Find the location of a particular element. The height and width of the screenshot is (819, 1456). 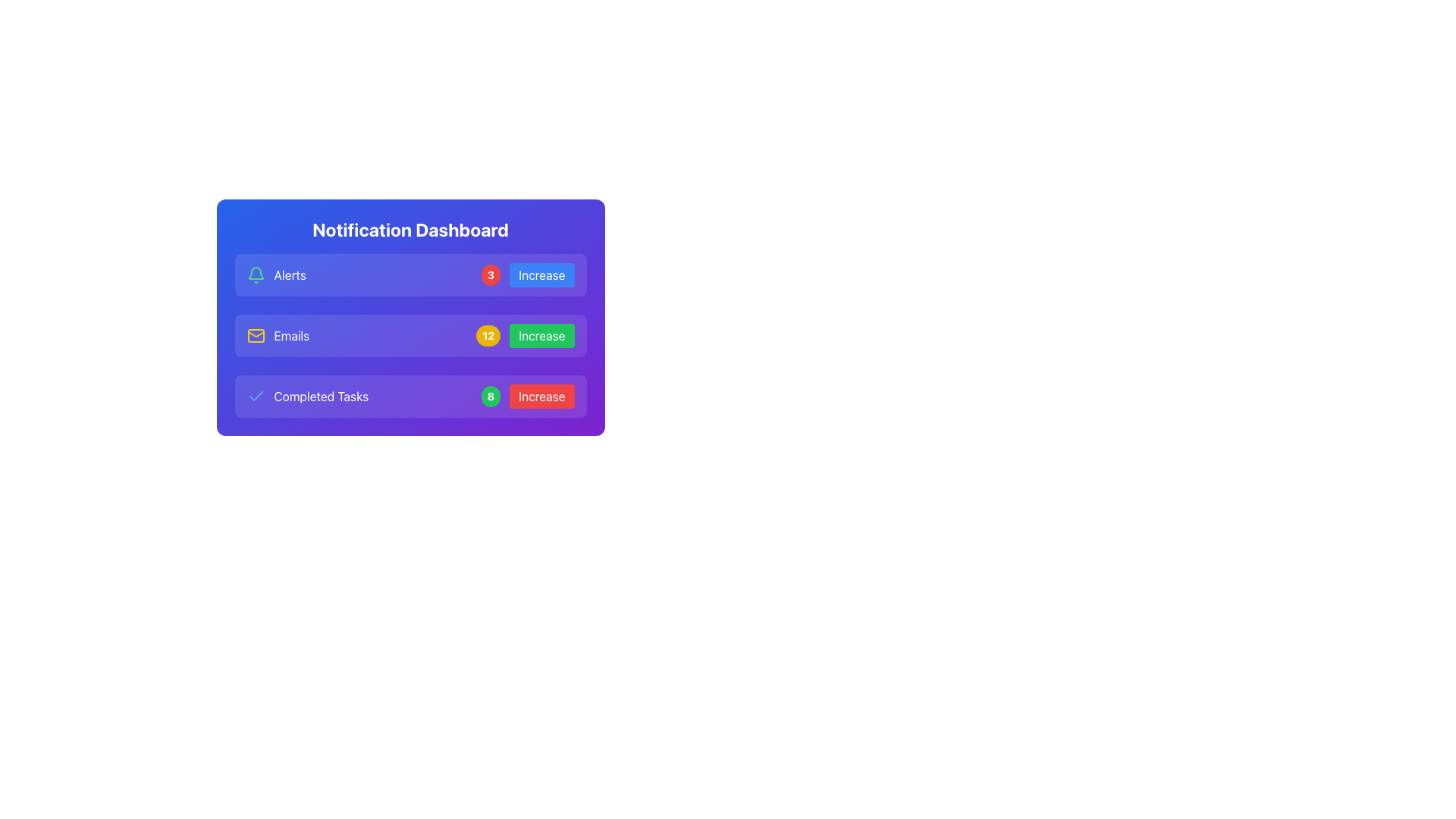

the label displaying a blue checkmark icon followed by the text 'Completed Tasks', located in the bottom section of the list, specifically in the third row, below 'Emails' and above a green '8' counter and an 'Increase' button is located at coordinates (306, 396).